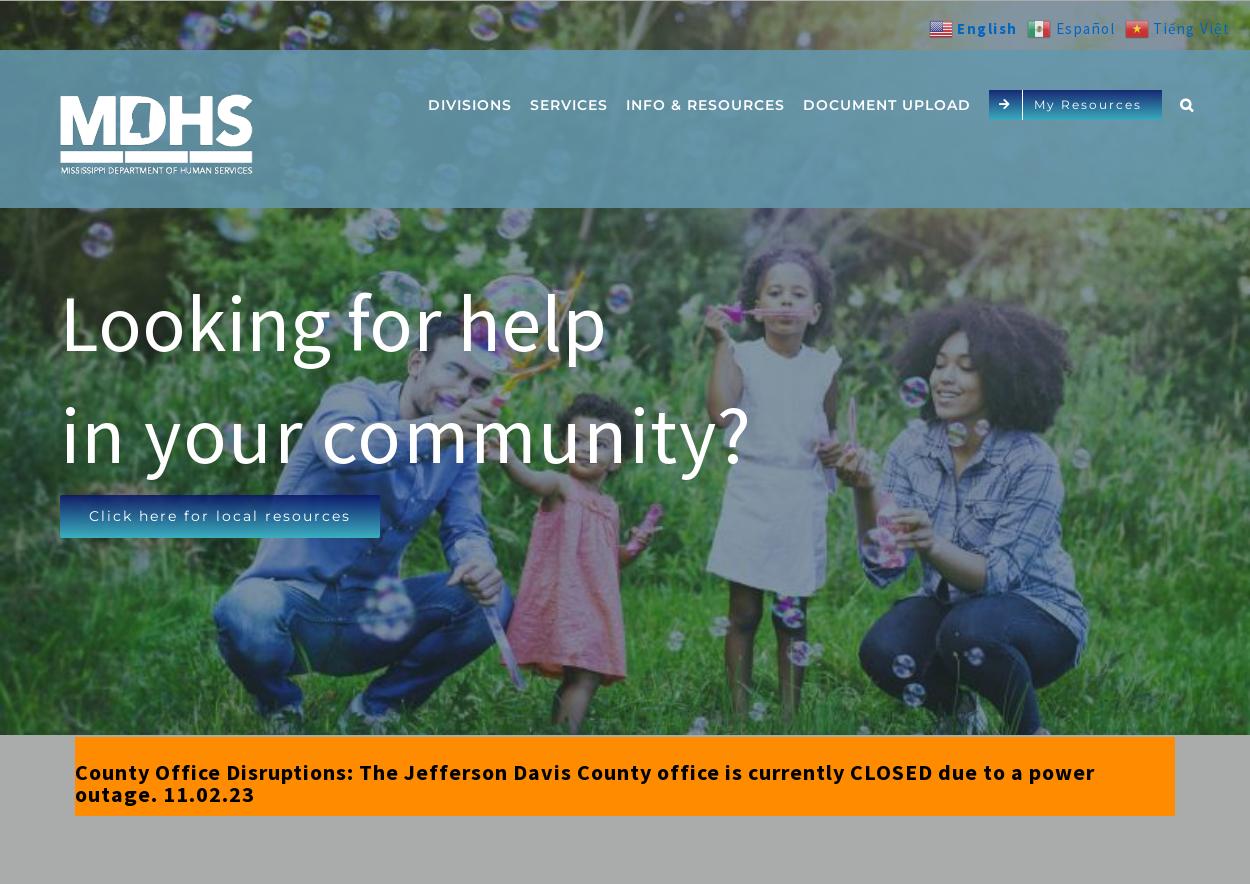 The height and width of the screenshot is (884, 1250). What do you see at coordinates (724, 445) in the screenshot?
I see `'Mississippi Access to Maternal Assistance'` at bounding box center [724, 445].